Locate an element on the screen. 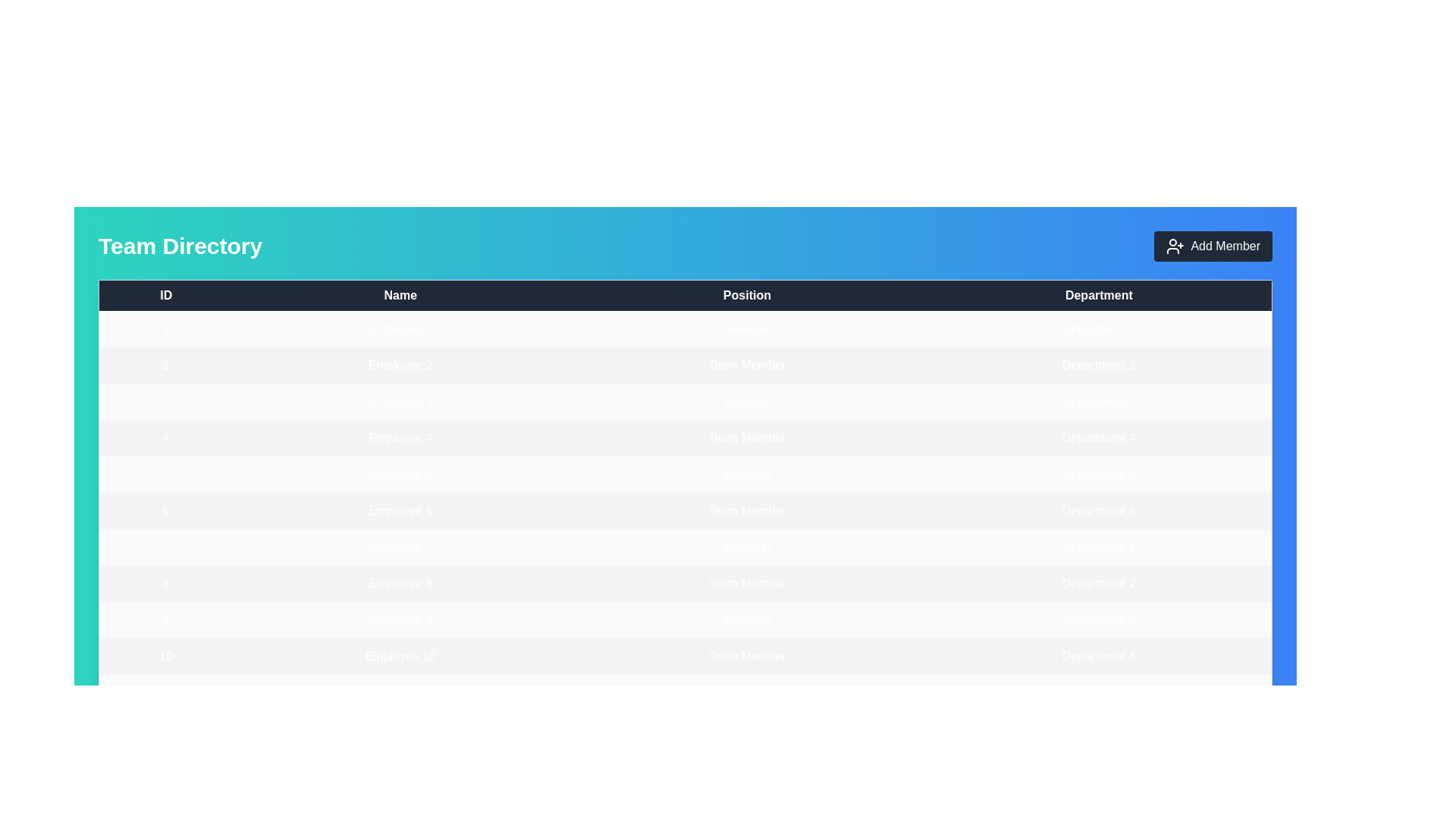 This screenshot has width=1456, height=819. 'Add Member' button to initiate the process of adding a new member is located at coordinates (1212, 245).